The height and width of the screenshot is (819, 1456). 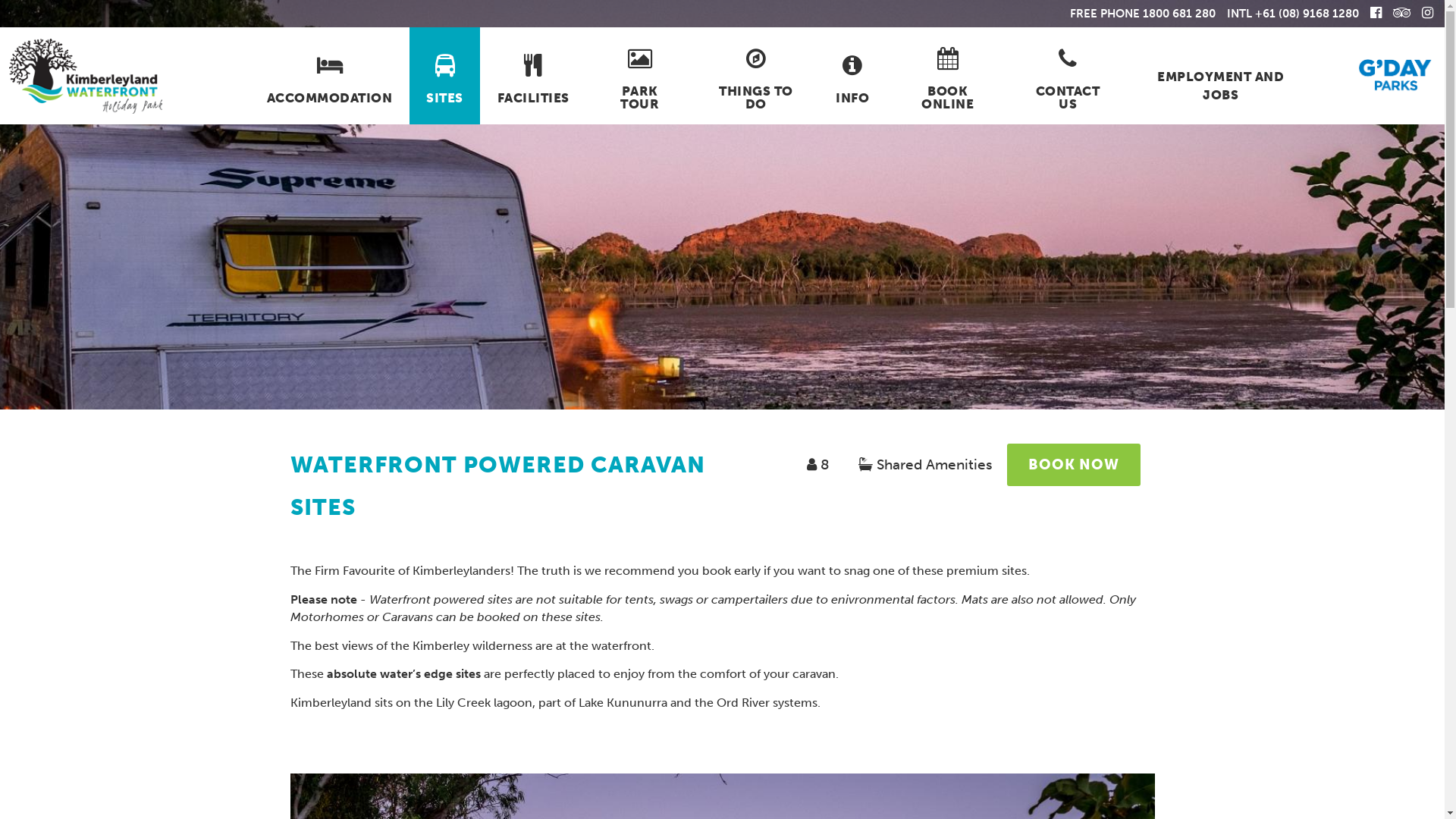 What do you see at coordinates (852, 76) in the screenshot?
I see `'INFO'` at bounding box center [852, 76].